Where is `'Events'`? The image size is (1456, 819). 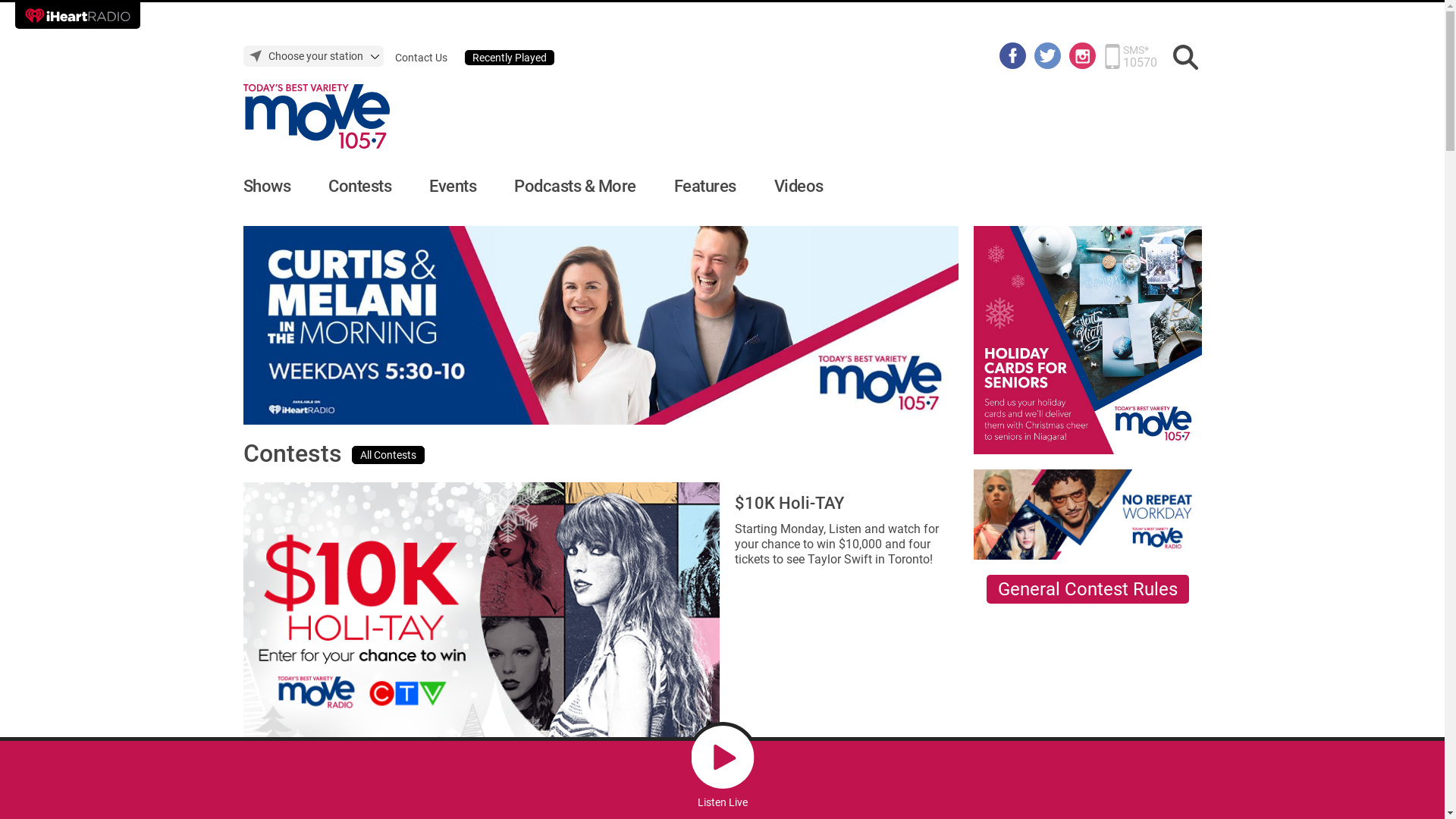
'Events' is located at coordinates (451, 186).